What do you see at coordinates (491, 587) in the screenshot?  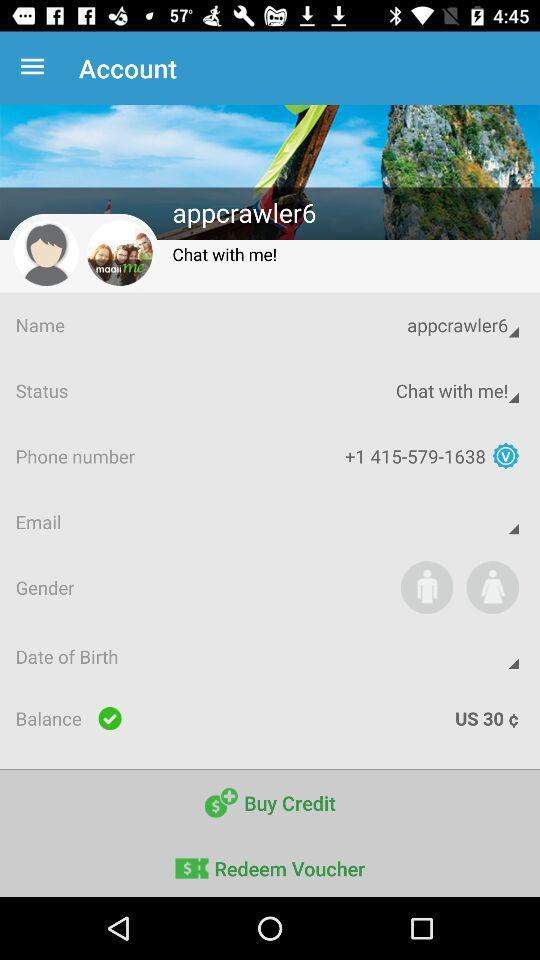 I see `icon above date of birth icon` at bounding box center [491, 587].